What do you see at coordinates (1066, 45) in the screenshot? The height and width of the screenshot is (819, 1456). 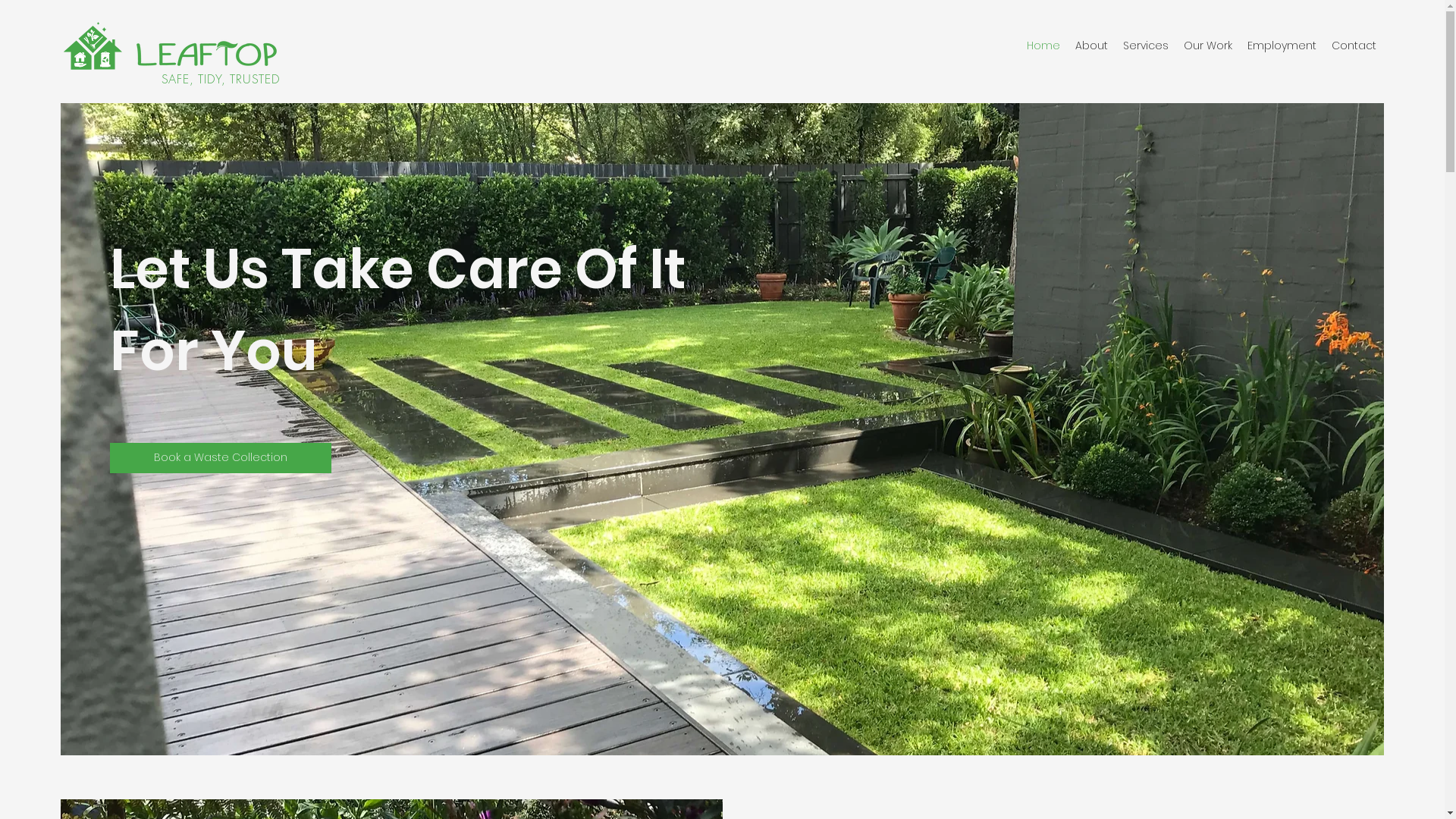 I see `'About'` at bounding box center [1066, 45].